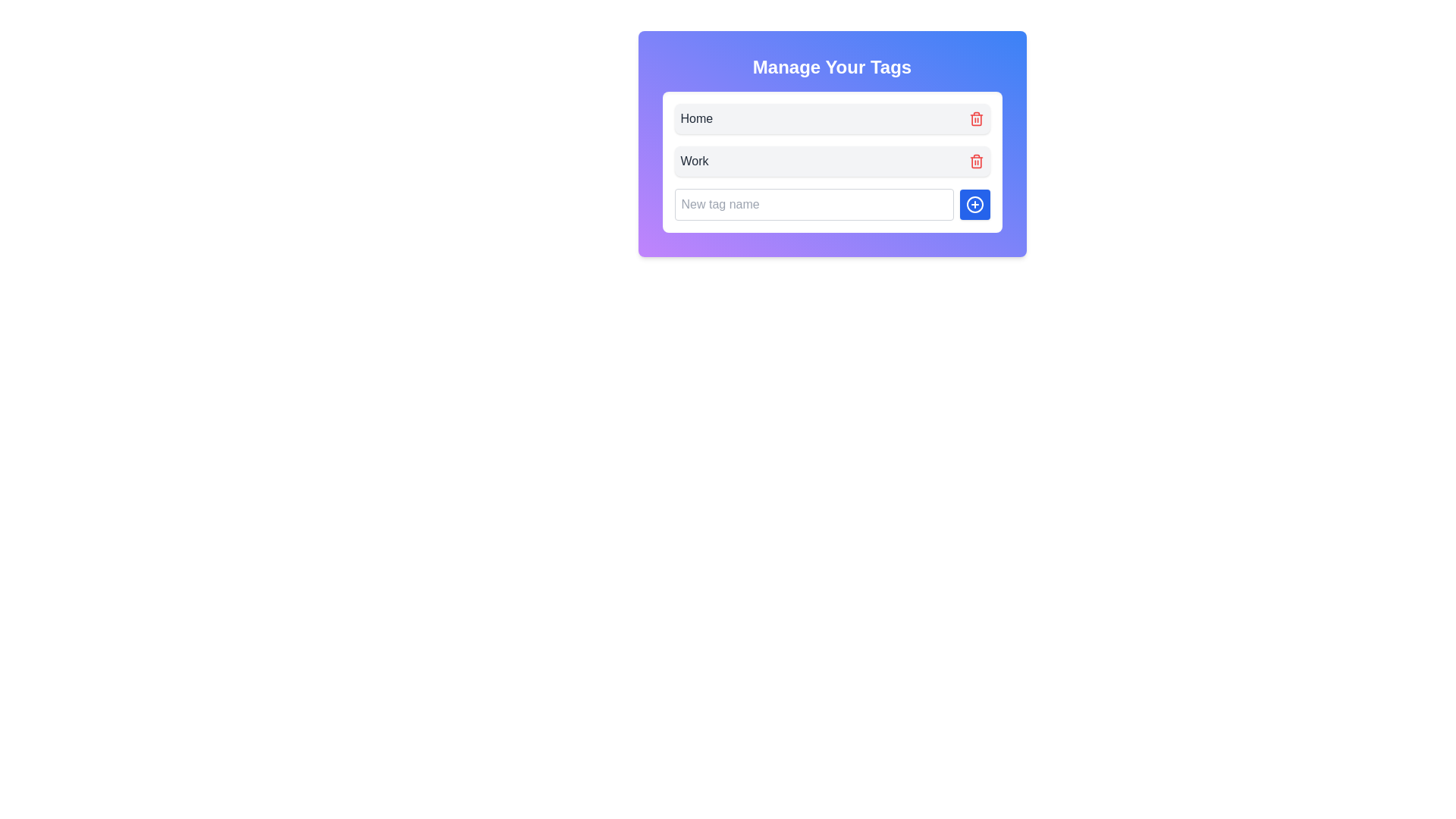 The height and width of the screenshot is (819, 1456). I want to click on the section labeled 'Manage Your Tags', so click(831, 66).